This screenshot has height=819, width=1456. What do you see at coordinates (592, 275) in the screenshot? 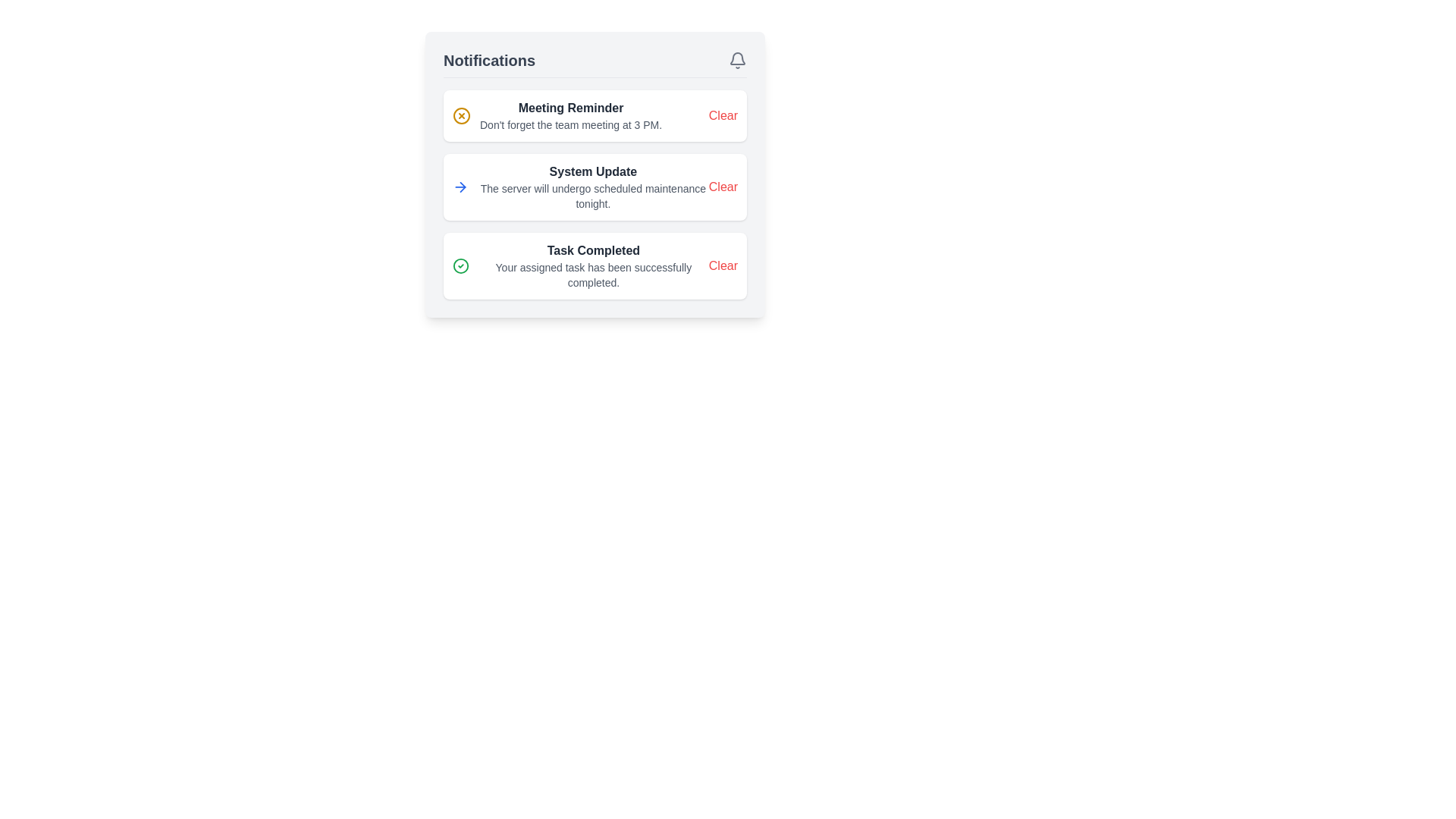
I see `the static text that indicates 'Your assigned task has been successfully completed.' located below the bold 'Task Completed' text within the Notifications section` at bounding box center [592, 275].